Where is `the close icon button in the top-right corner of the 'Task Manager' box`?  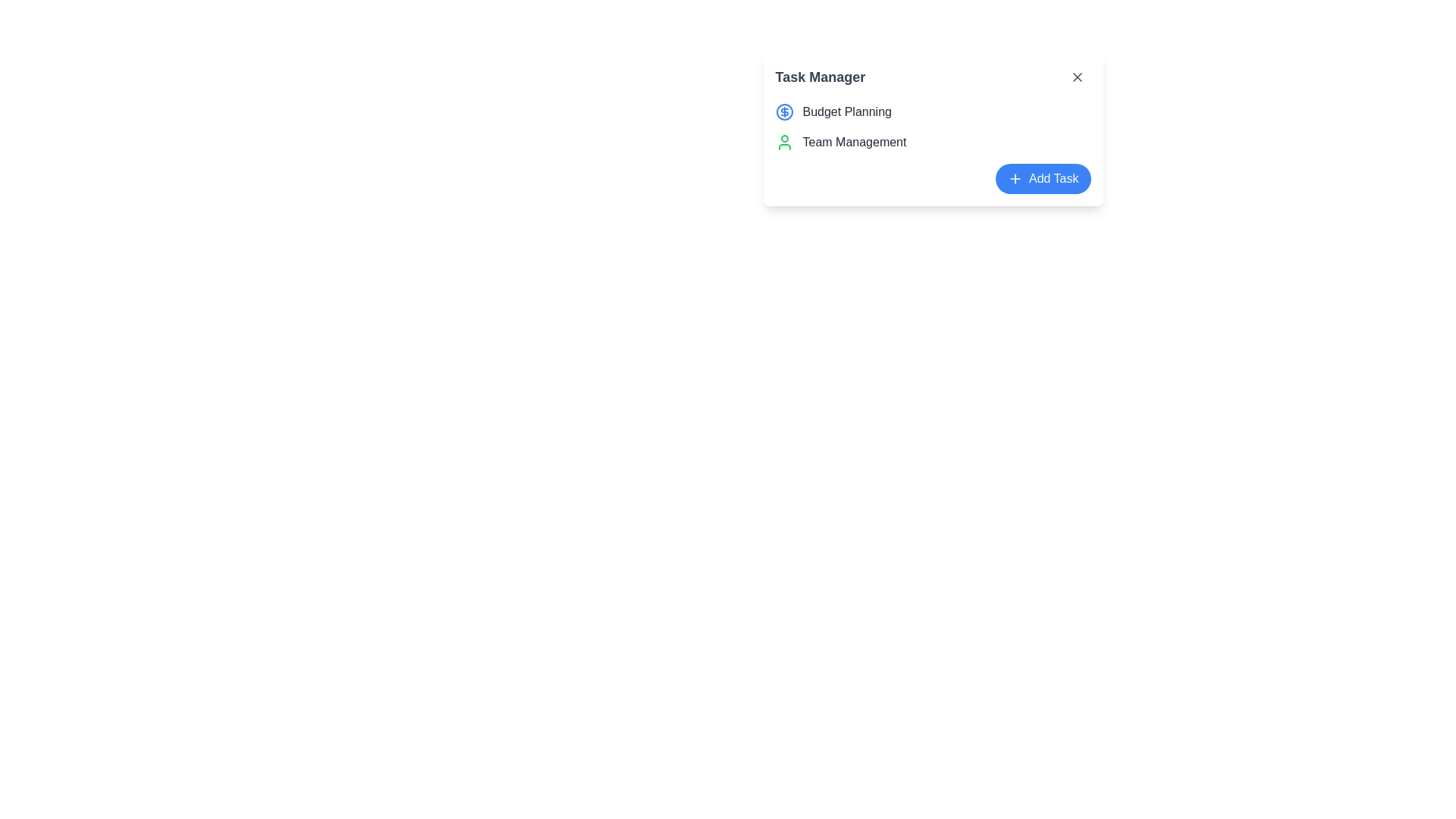 the close icon button in the top-right corner of the 'Task Manager' box is located at coordinates (1076, 77).